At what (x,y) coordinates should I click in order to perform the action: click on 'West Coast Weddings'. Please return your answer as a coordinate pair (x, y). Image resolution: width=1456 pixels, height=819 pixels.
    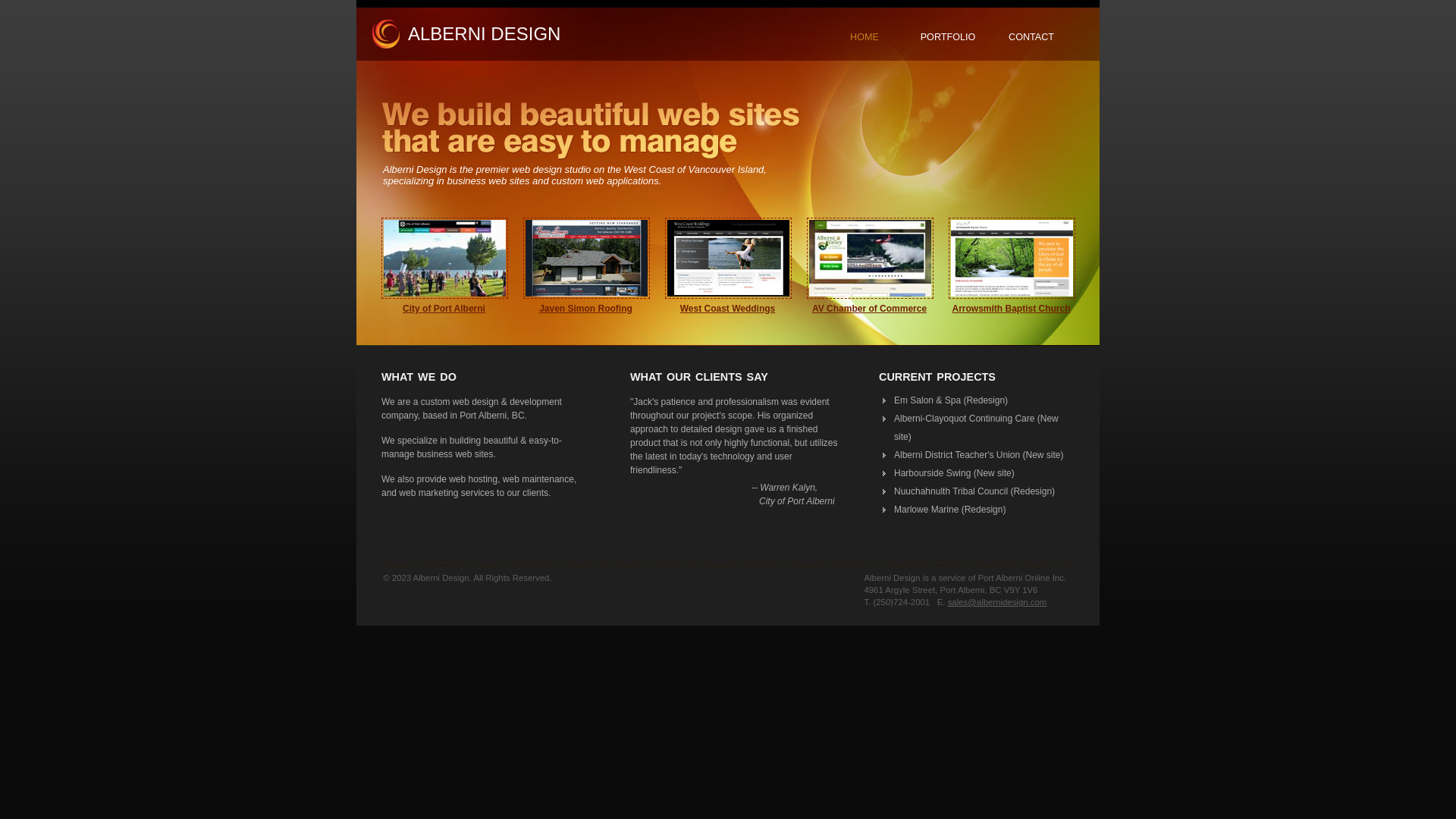
    Looking at the image, I should click on (728, 308).